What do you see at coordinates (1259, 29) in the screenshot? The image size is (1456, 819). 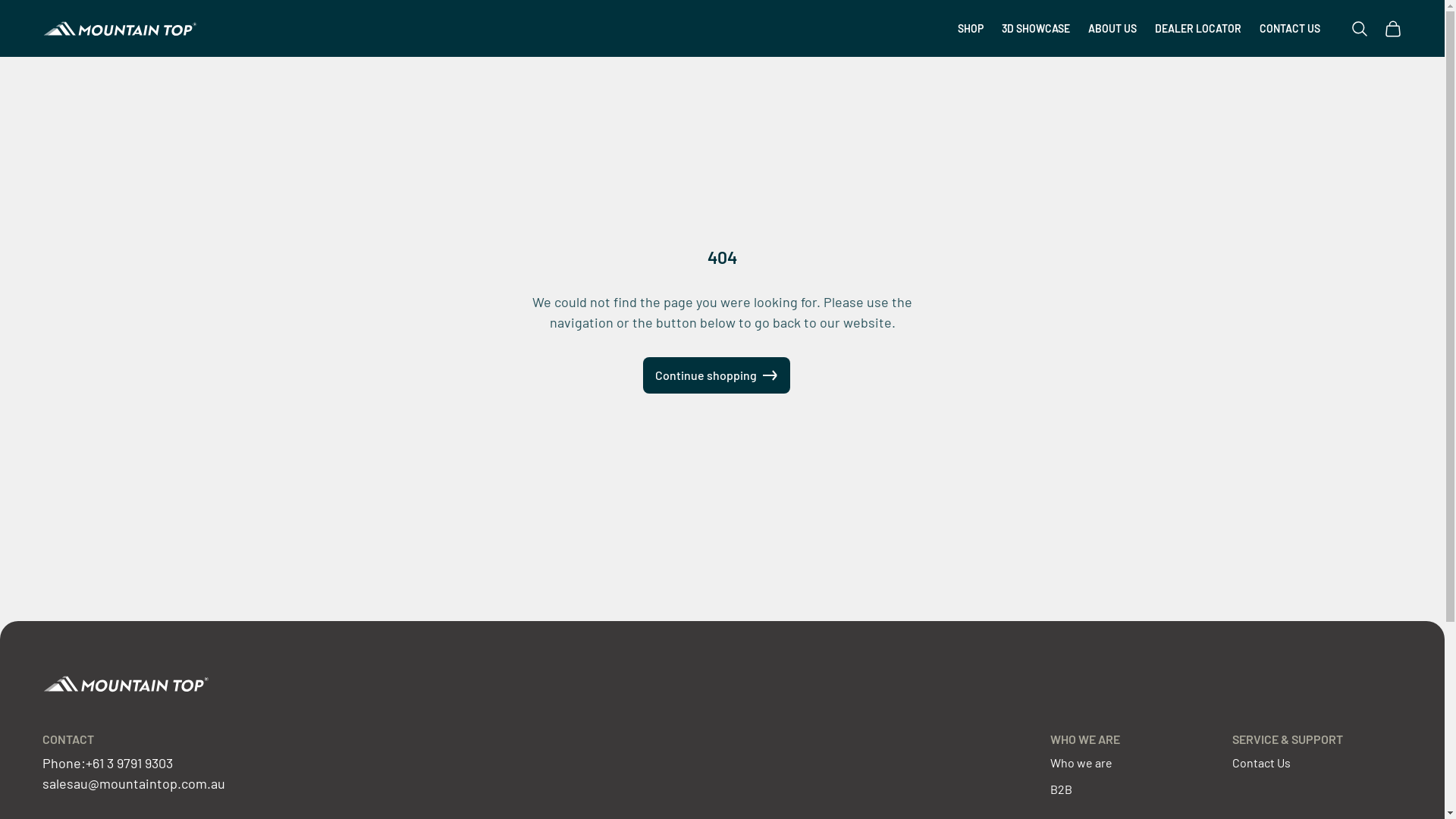 I see `'CONTACT US'` at bounding box center [1259, 29].